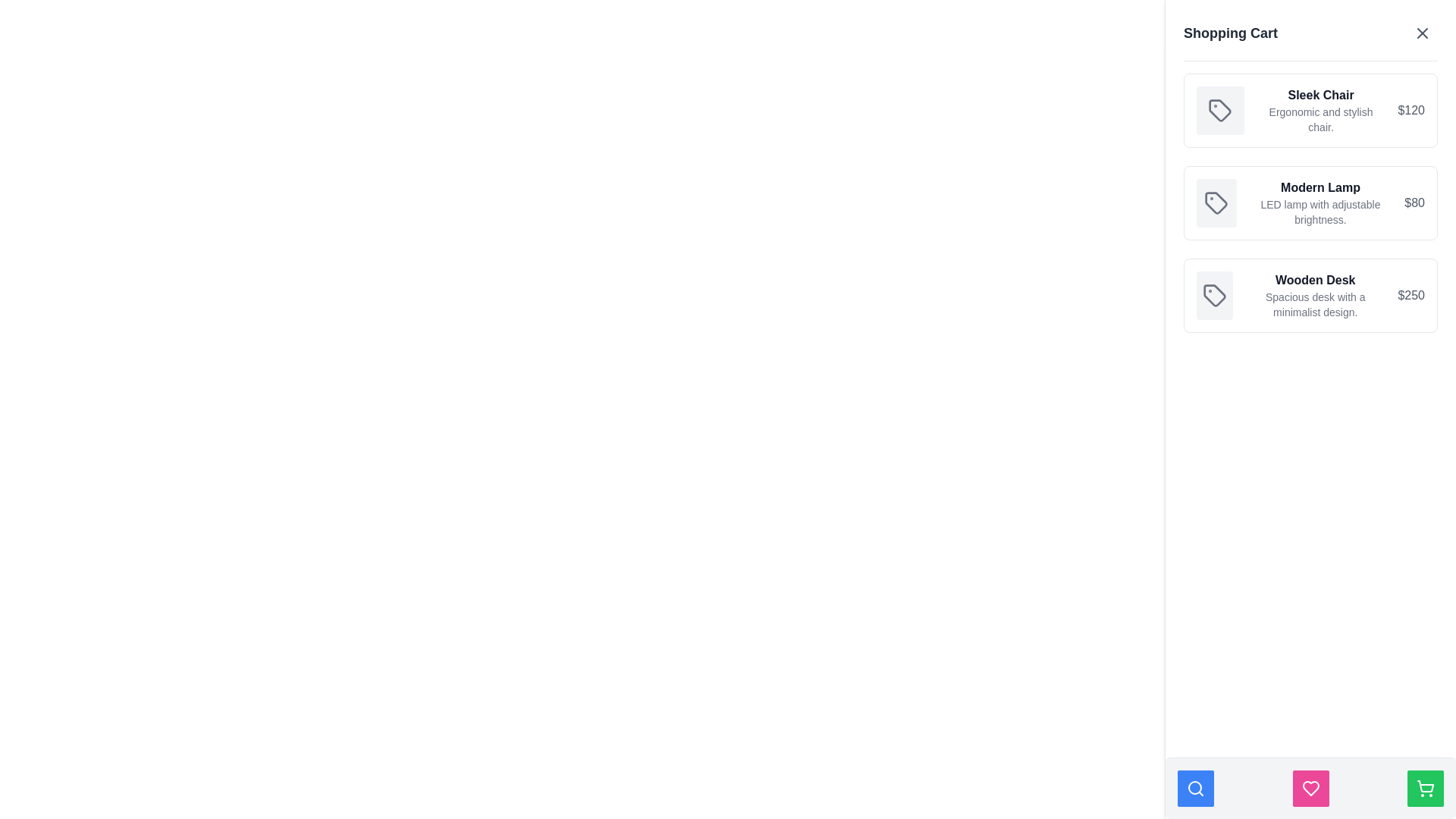  I want to click on the bold, large, gray text label reading 'Shopping Cart' located at the top of the right-side drawer, which serves as the section header, so click(1230, 33).